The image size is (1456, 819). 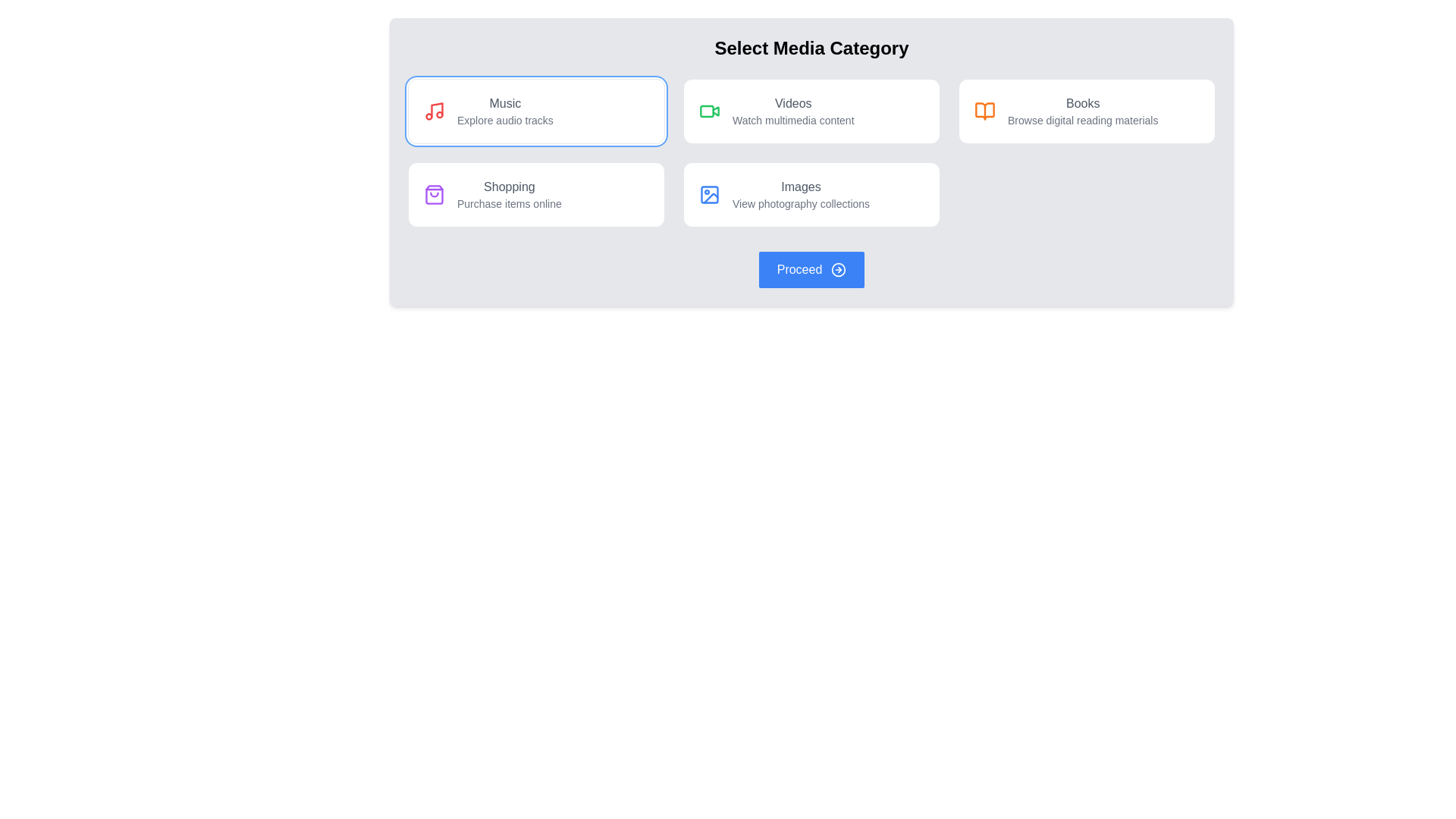 What do you see at coordinates (433, 193) in the screenshot?
I see `the shopping icon located centrally within the 'Shopping' button area, which represents shopping-related functionalities in the interface` at bounding box center [433, 193].